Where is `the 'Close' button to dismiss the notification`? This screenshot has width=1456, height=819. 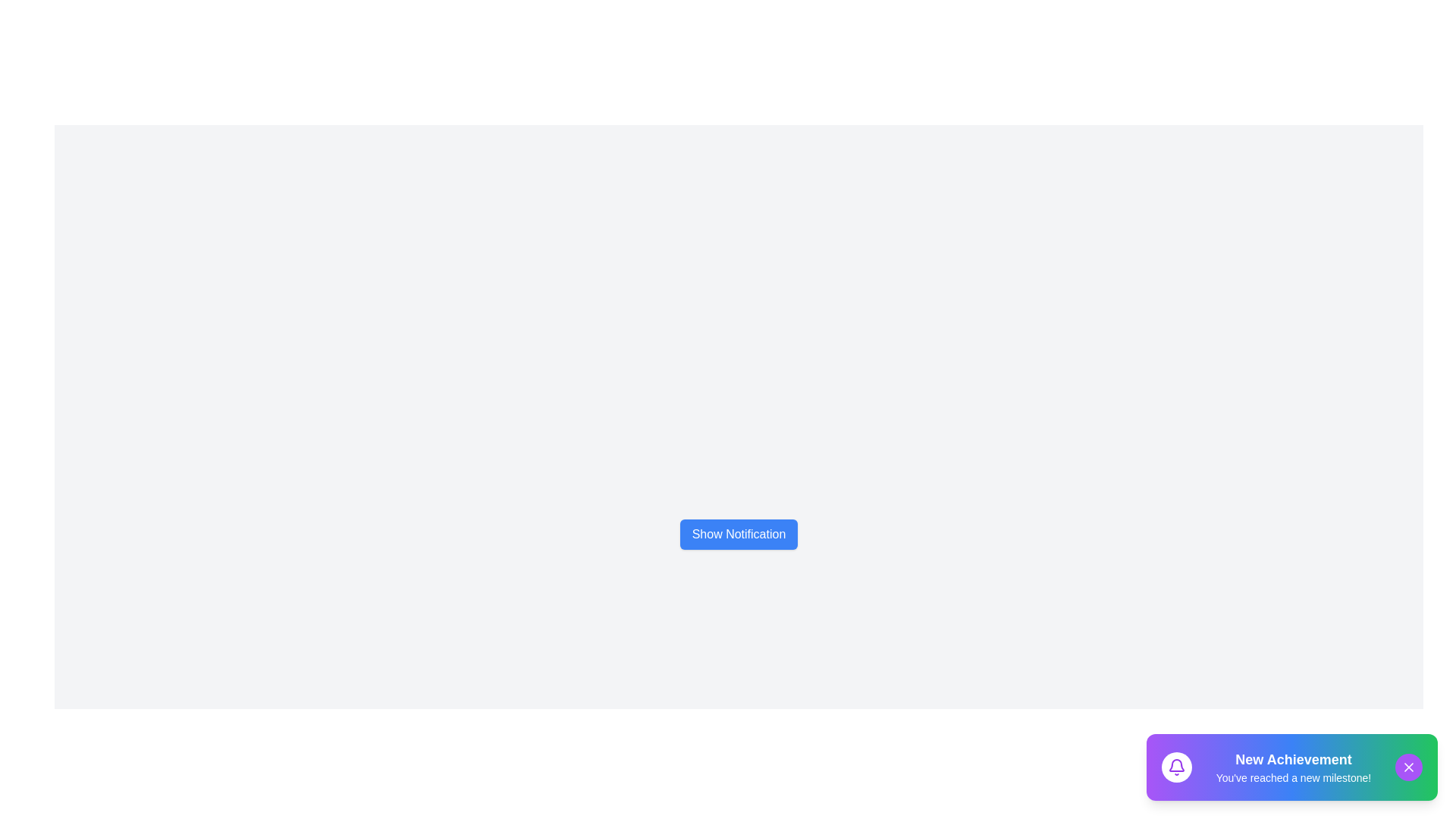 the 'Close' button to dismiss the notification is located at coordinates (1407, 767).